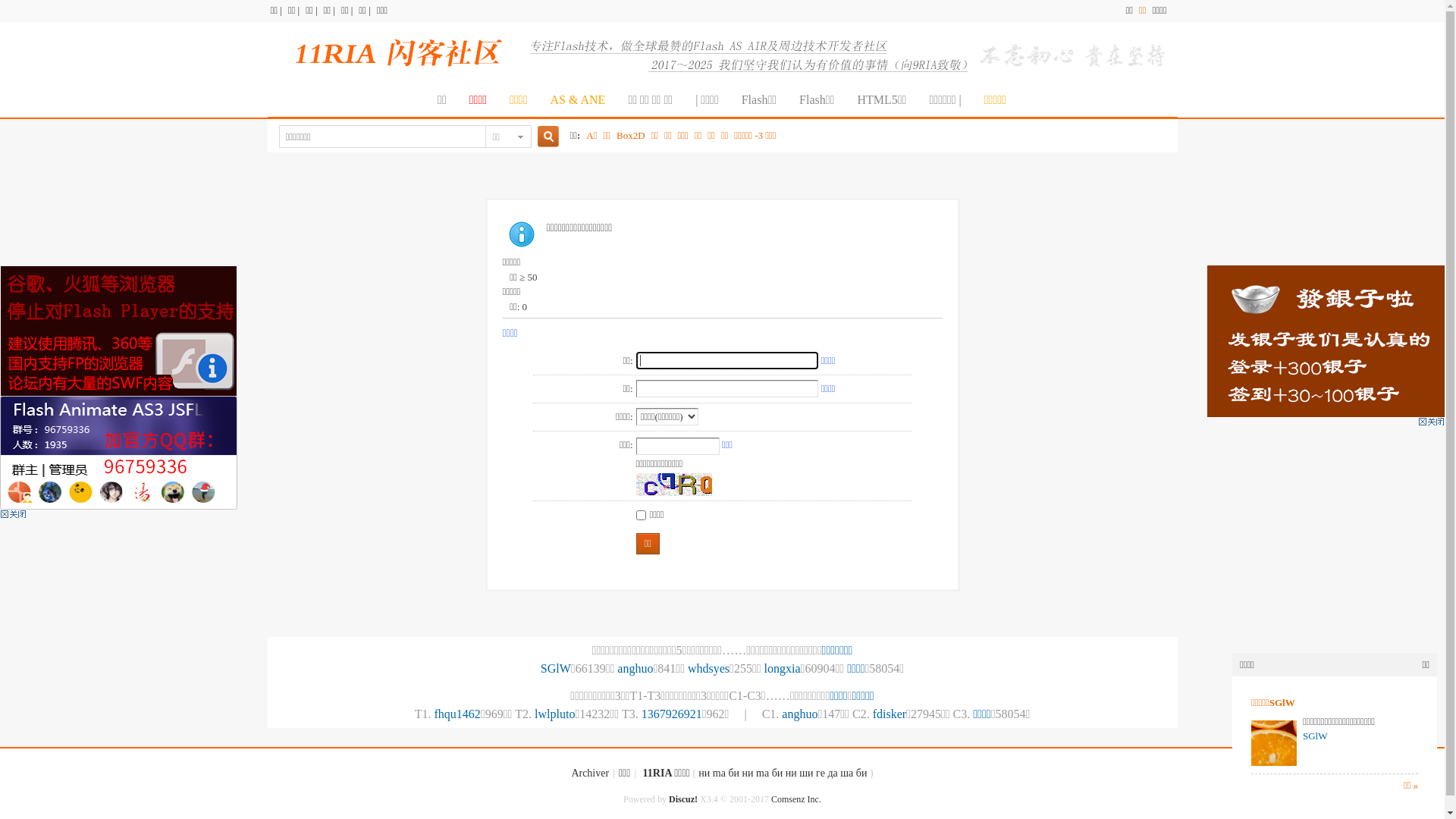 The height and width of the screenshot is (819, 1456). Describe the element at coordinates (630, 134) in the screenshot. I see `'Box2D'` at that location.